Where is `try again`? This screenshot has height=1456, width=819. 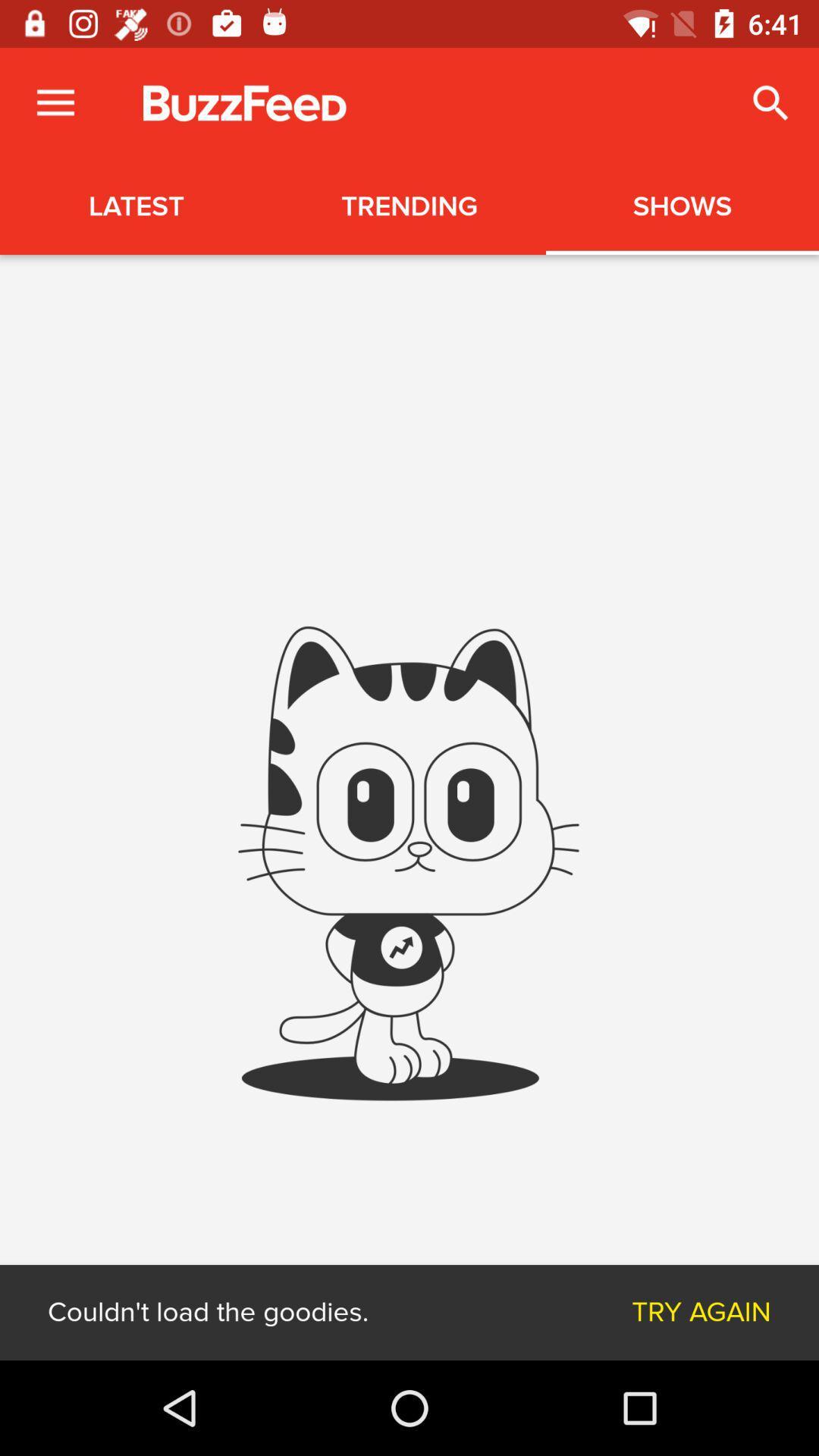
try again is located at coordinates (701, 1312).